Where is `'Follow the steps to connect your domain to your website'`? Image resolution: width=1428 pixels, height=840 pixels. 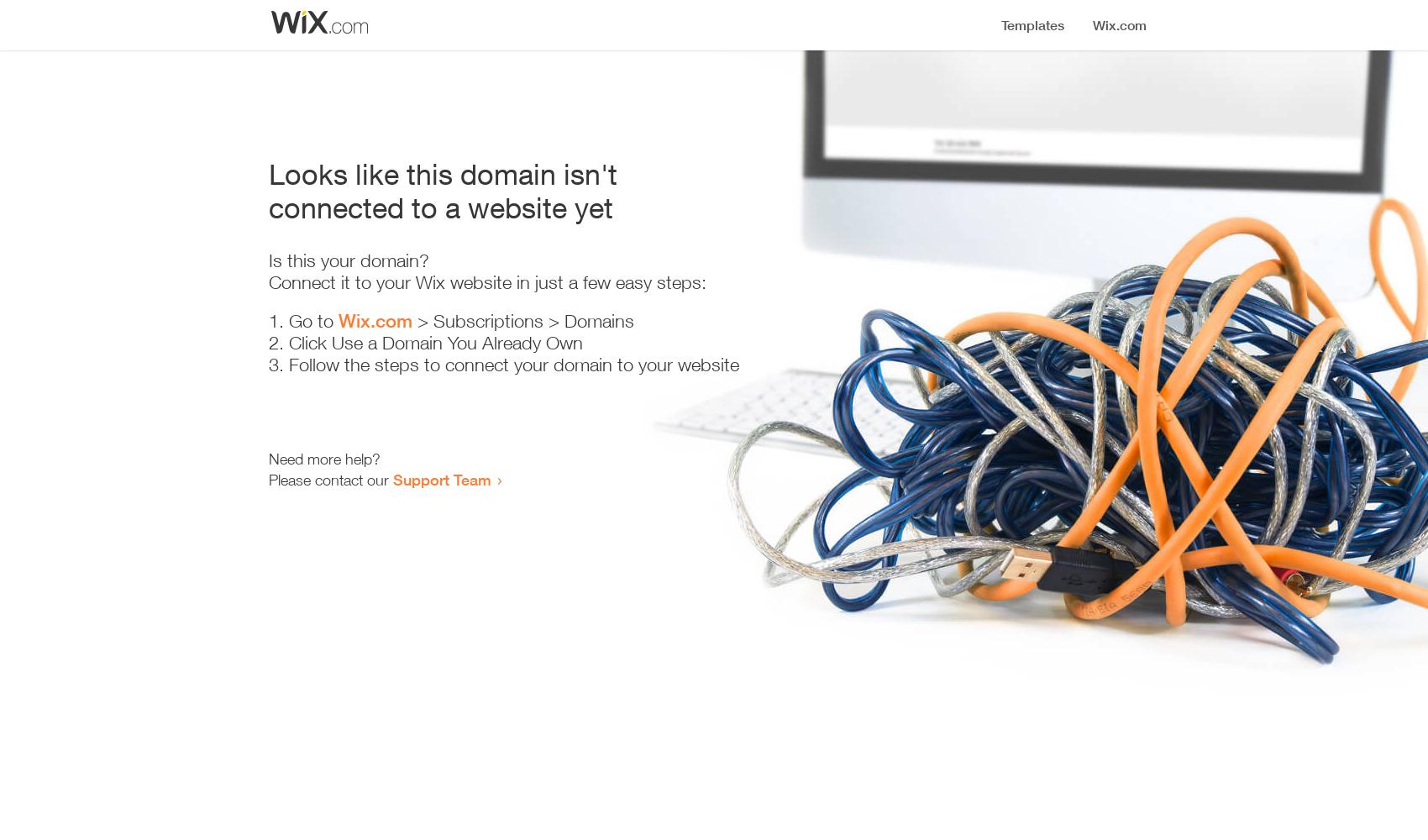 'Follow the steps to connect your domain to your website' is located at coordinates (513, 365).